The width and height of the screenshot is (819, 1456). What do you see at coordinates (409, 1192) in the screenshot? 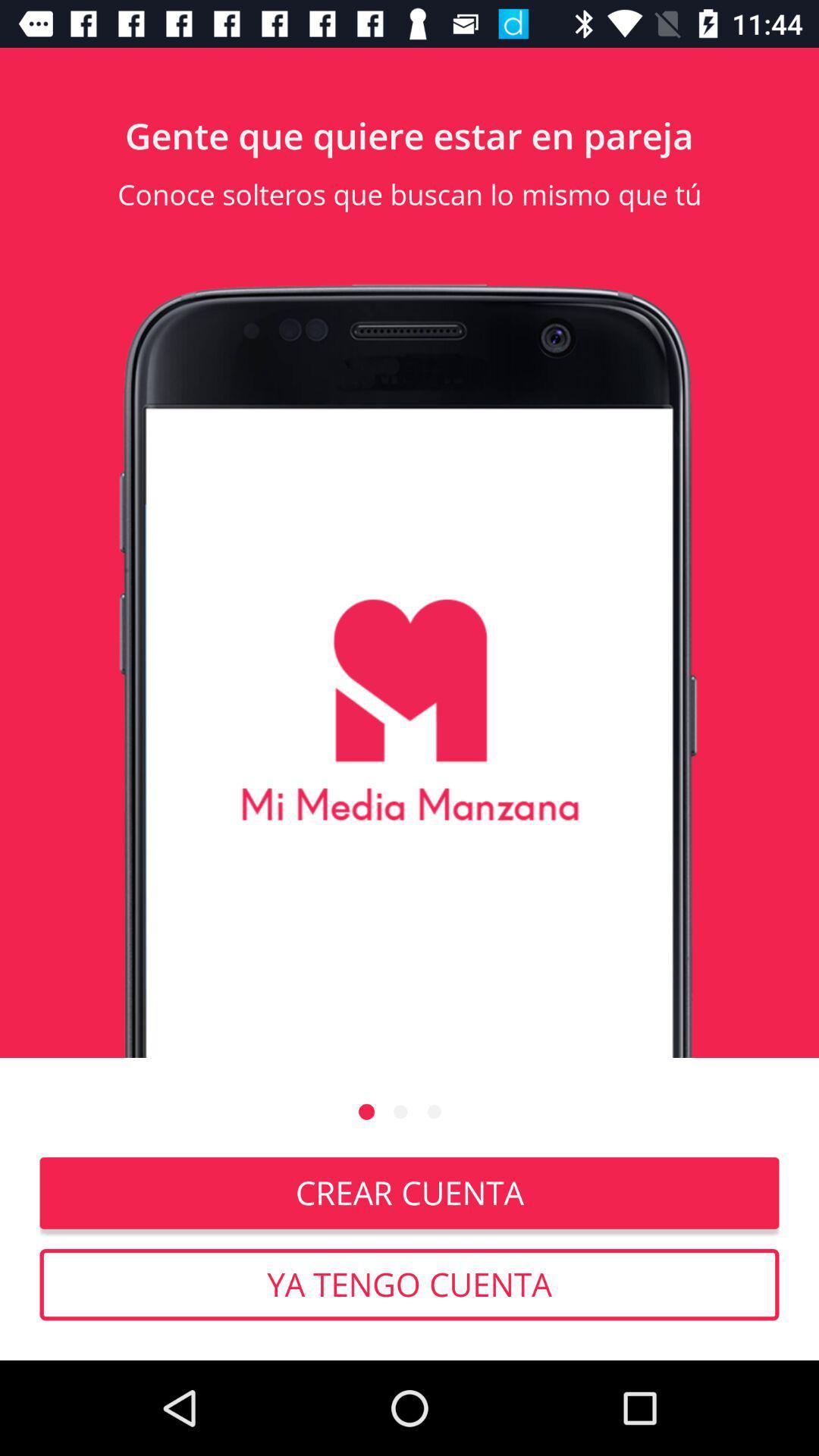
I see `the crear cuenta item` at bounding box center [409, 1192].